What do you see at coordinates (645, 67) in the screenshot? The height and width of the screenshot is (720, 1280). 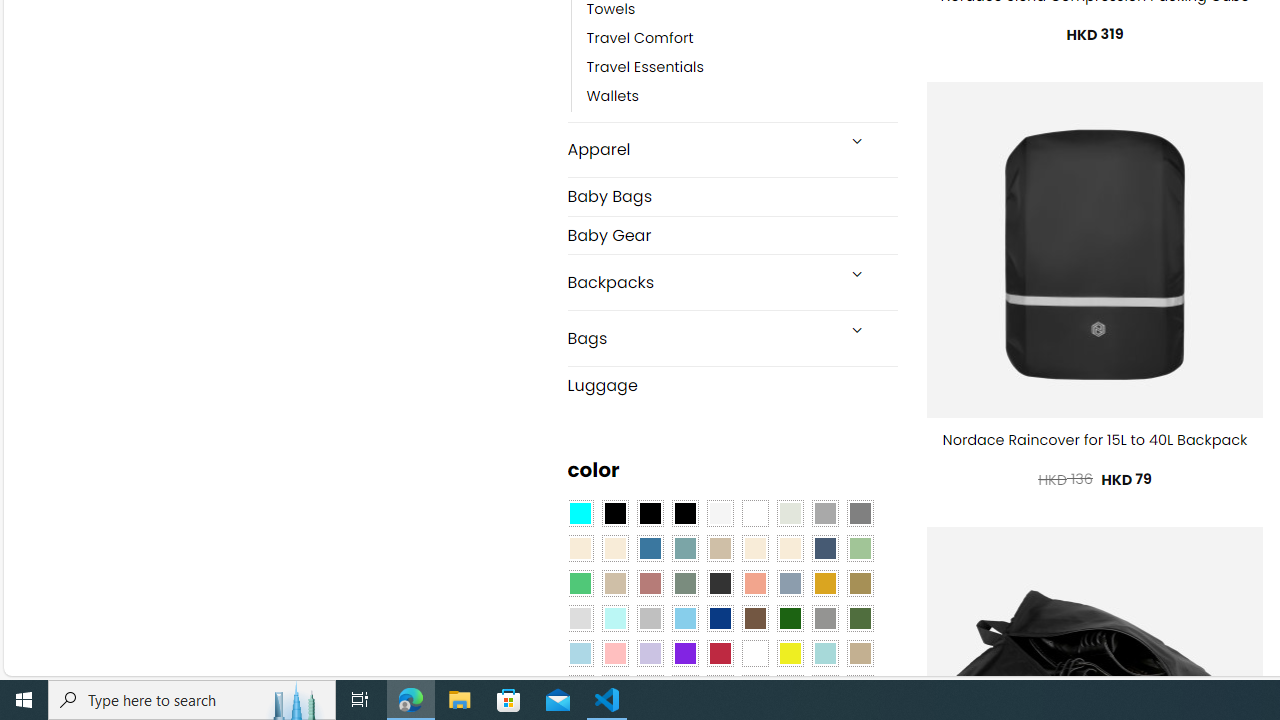 I see `'Travel Essentials'` at bounding box center [645, 67].